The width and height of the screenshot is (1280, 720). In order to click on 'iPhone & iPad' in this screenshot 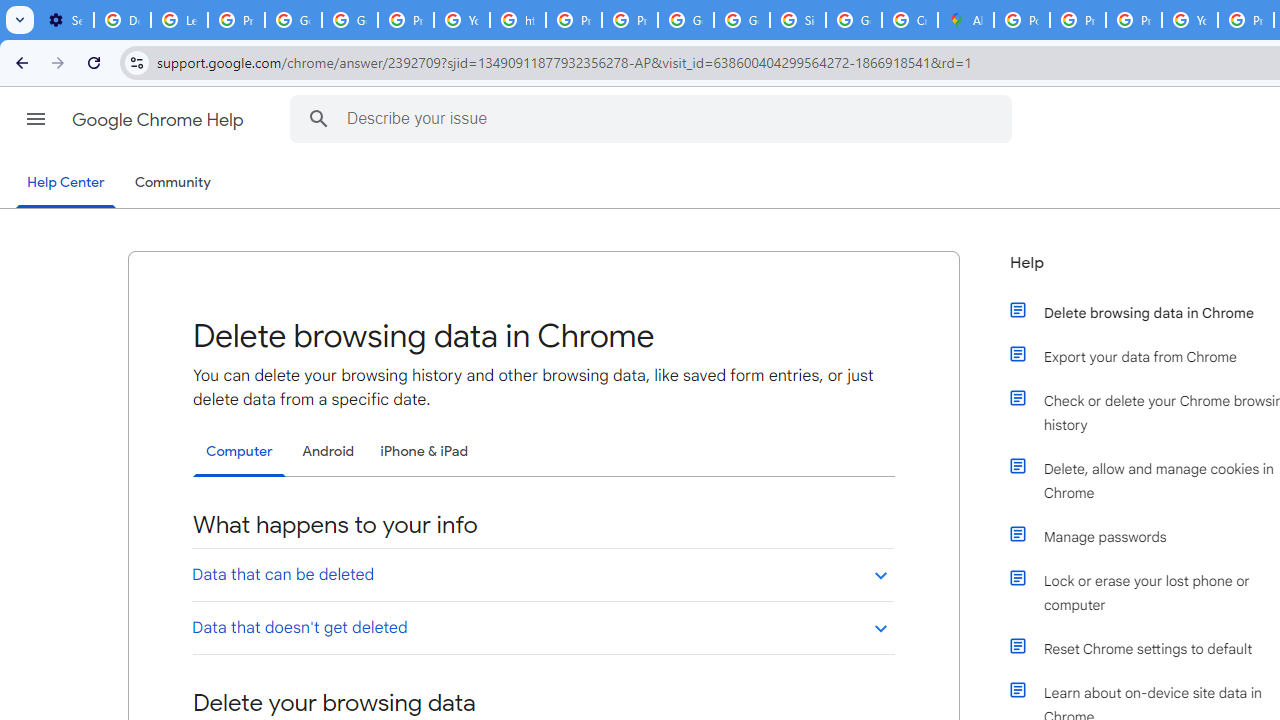, I will do `click(423, 451)`.